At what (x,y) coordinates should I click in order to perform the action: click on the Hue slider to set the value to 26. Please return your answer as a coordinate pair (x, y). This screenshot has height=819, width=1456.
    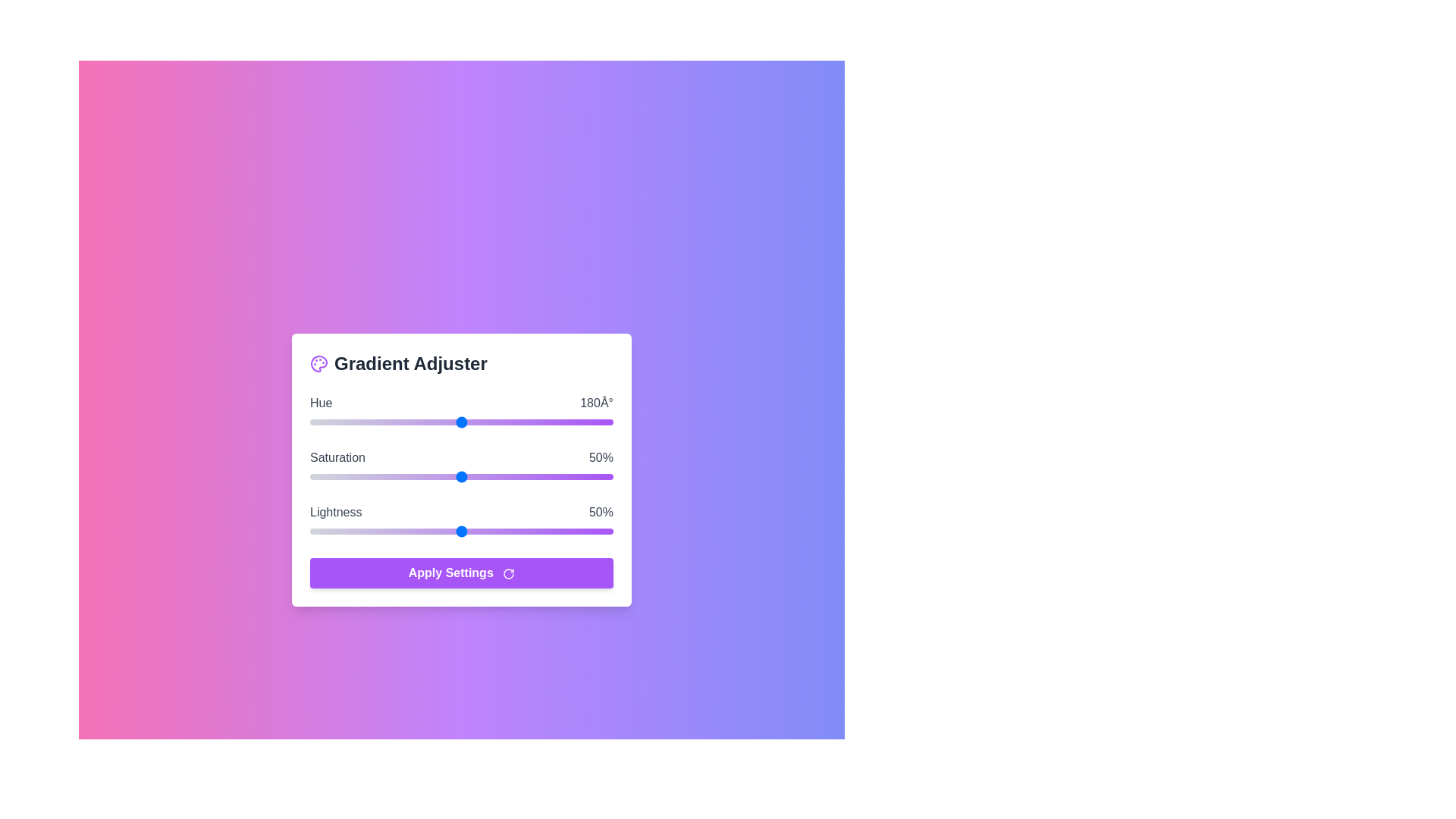
    Looking at the image, I should click on (331, 422).